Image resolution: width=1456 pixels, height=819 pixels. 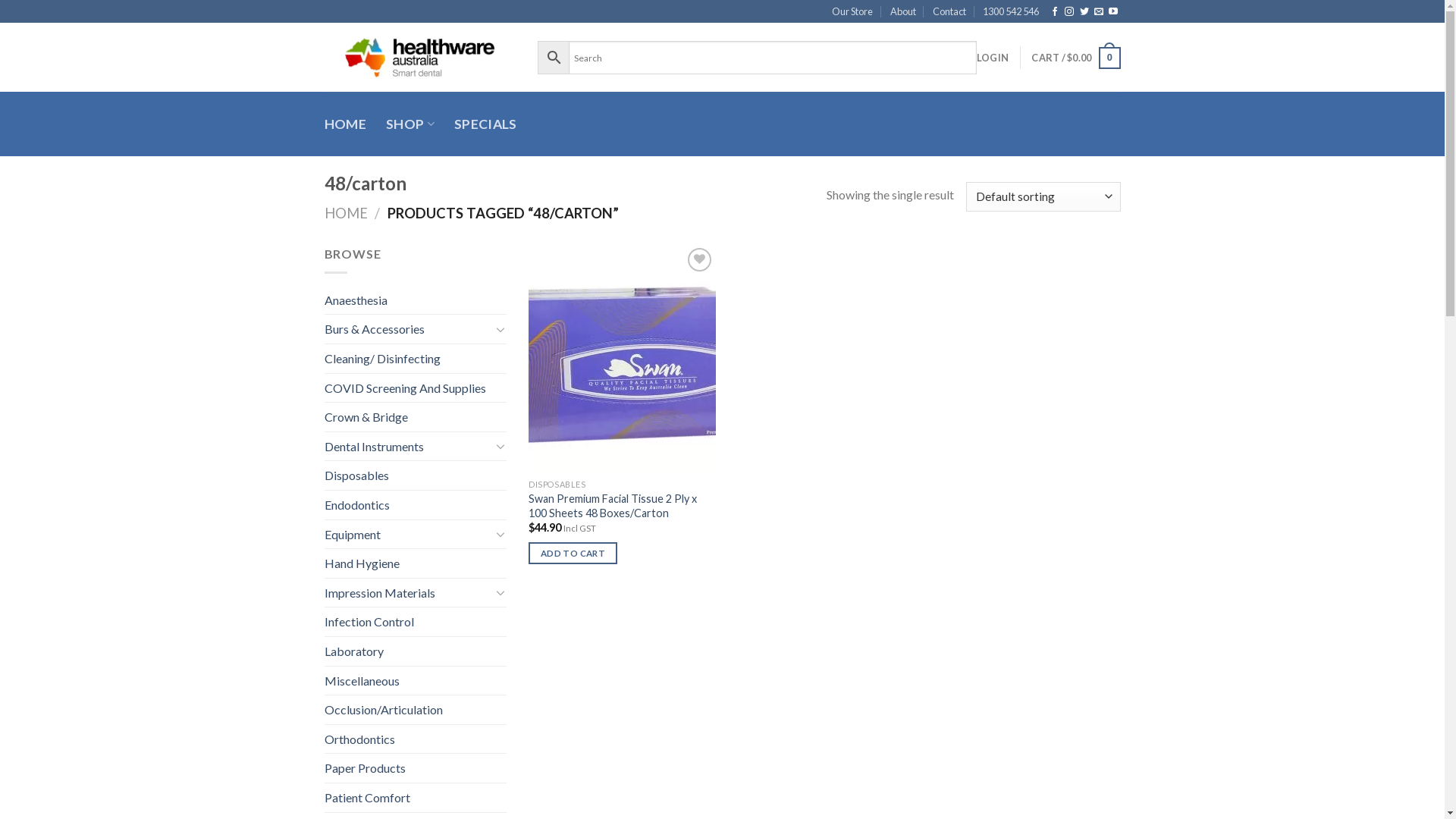 I want to click on 'Paper Products', so click(x=323, y=768).